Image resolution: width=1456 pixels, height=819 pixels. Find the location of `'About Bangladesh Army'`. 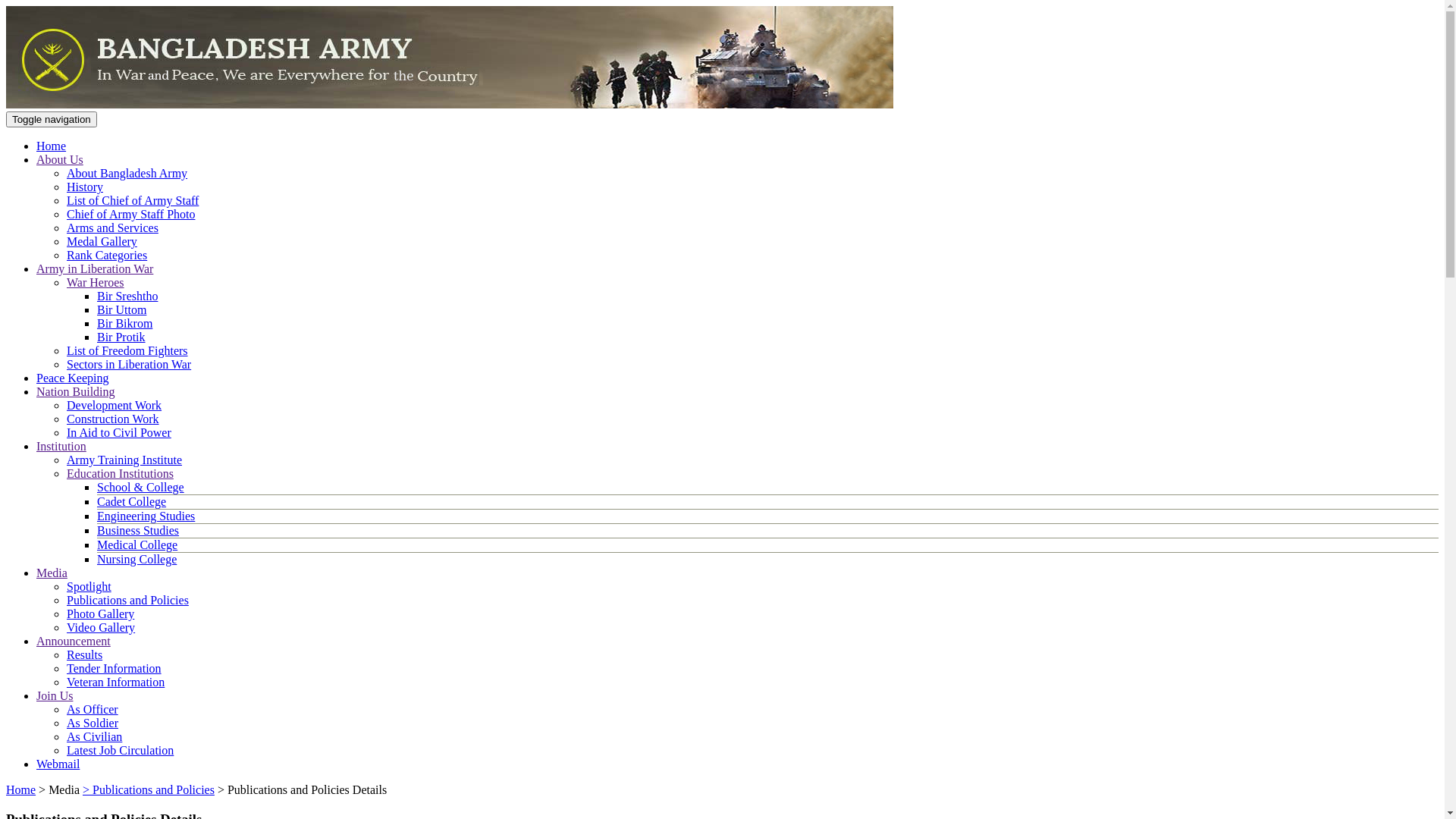

'About Bangladesh Army' is located at coordinates (127, 172).